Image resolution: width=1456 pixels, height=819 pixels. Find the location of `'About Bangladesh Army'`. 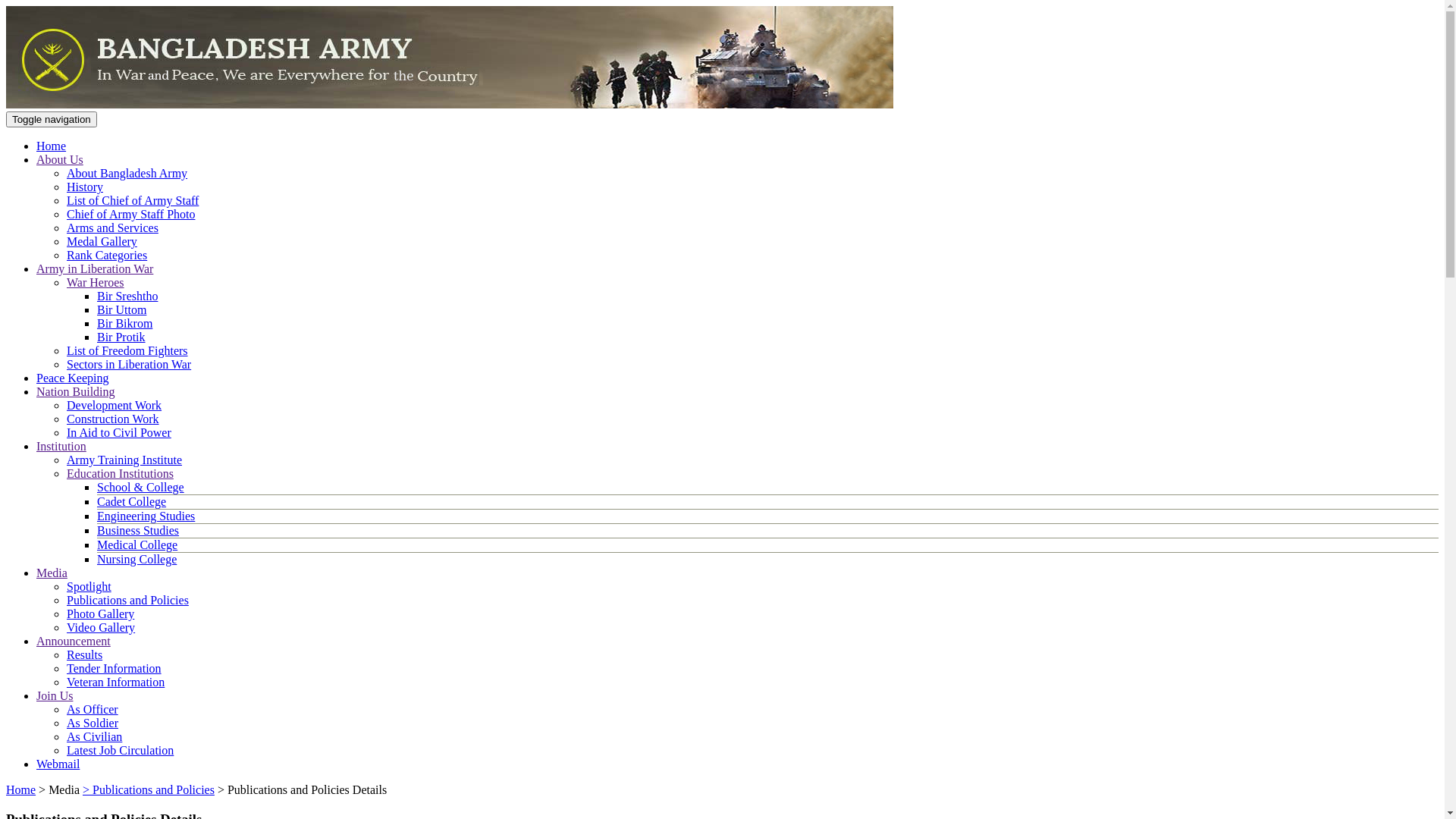

'About Bangladesh Army' is located at coordinates (127, 172).